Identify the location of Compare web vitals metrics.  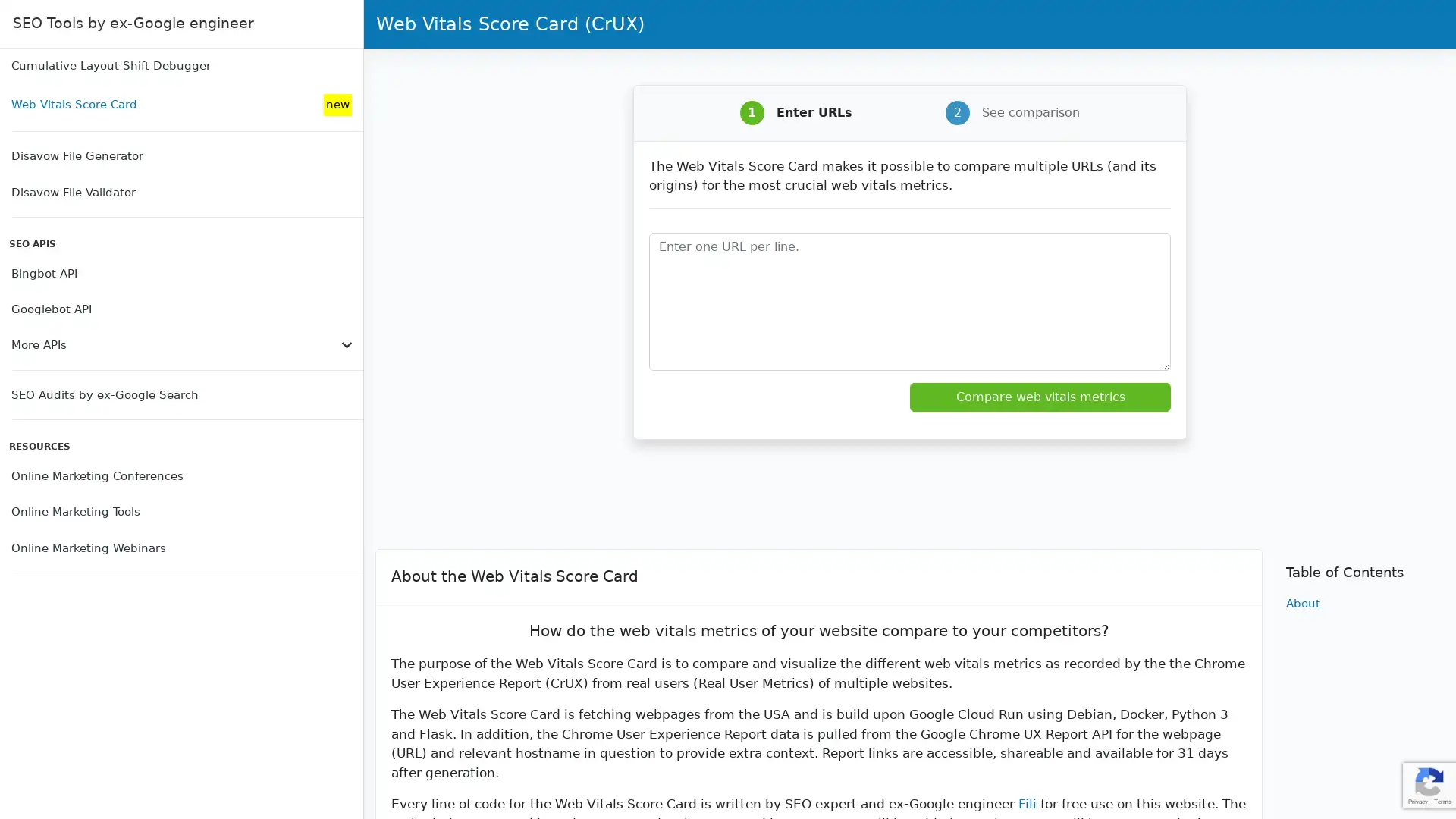
(1040, 396).